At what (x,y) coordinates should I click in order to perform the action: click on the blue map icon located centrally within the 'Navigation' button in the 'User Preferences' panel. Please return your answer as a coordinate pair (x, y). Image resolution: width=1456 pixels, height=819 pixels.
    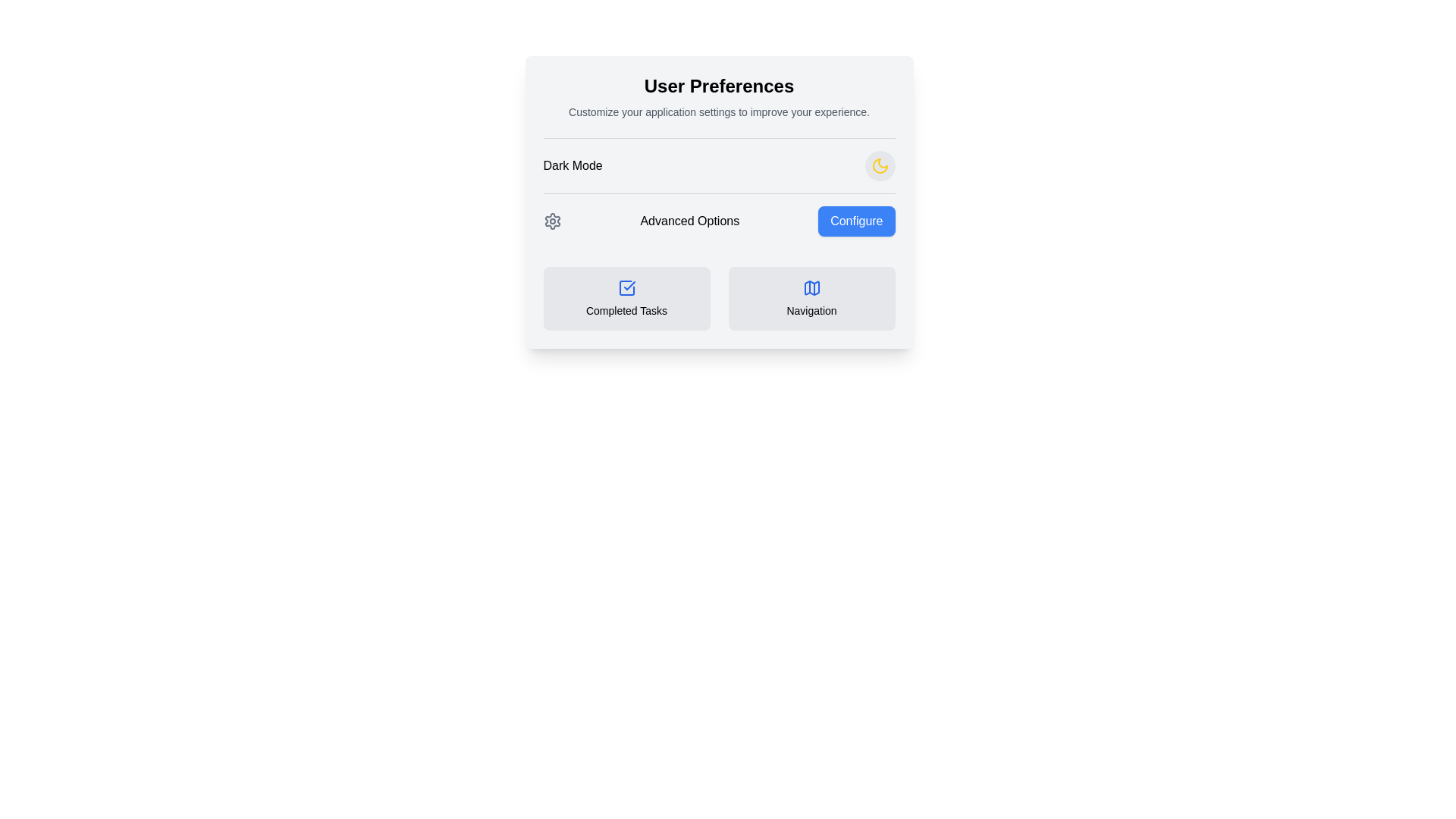
    Looking at the image, I should click on (811, 288).